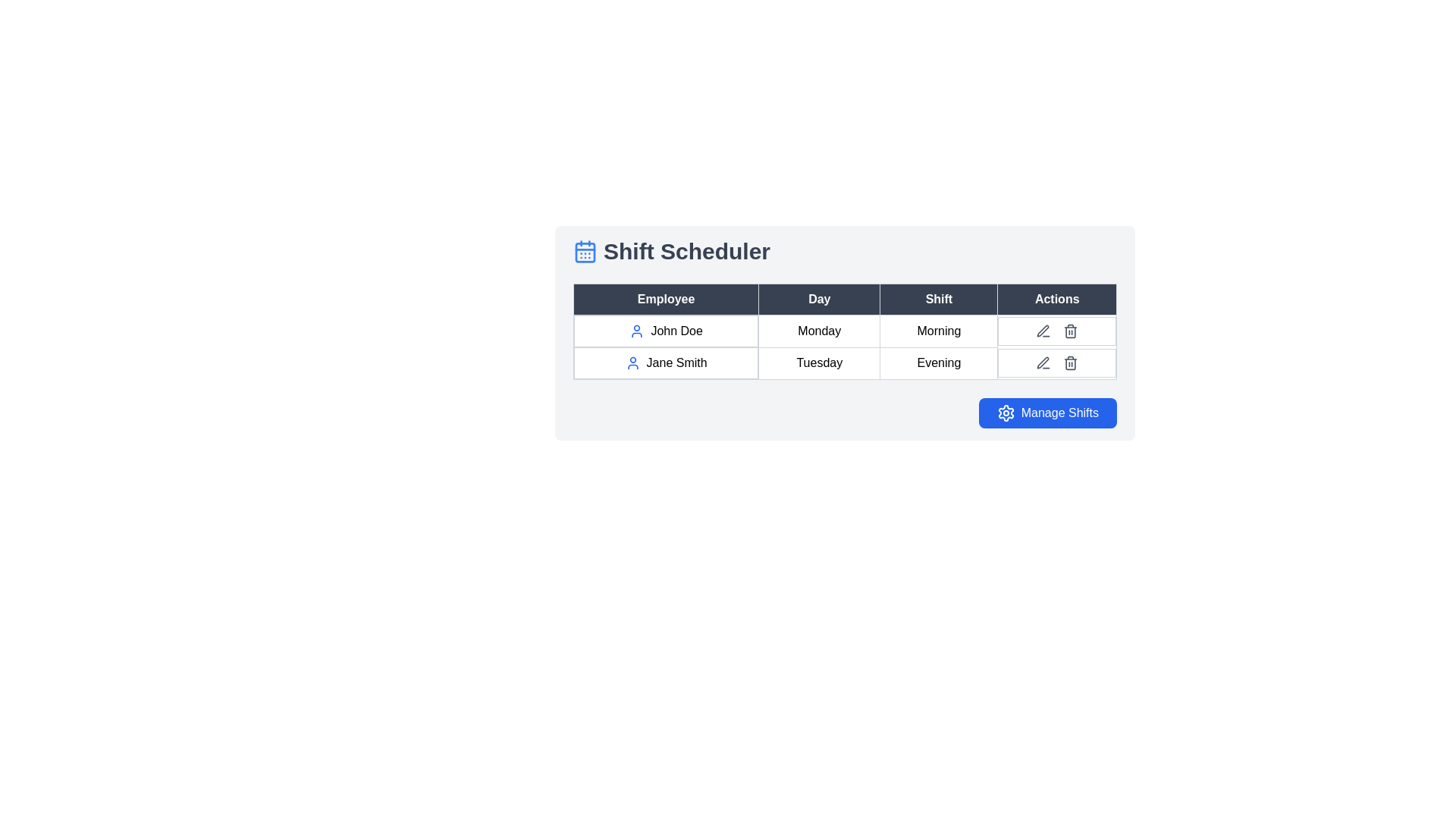 This screenshot has width=1456, height=819. What do you see at coordinates (632, 362) in the screenshot?
I see `the small blue outline icon representing a user adjacent to the text 'Jane Smith' in the 'Employee' column of the table` at bounding box center [632, 362].